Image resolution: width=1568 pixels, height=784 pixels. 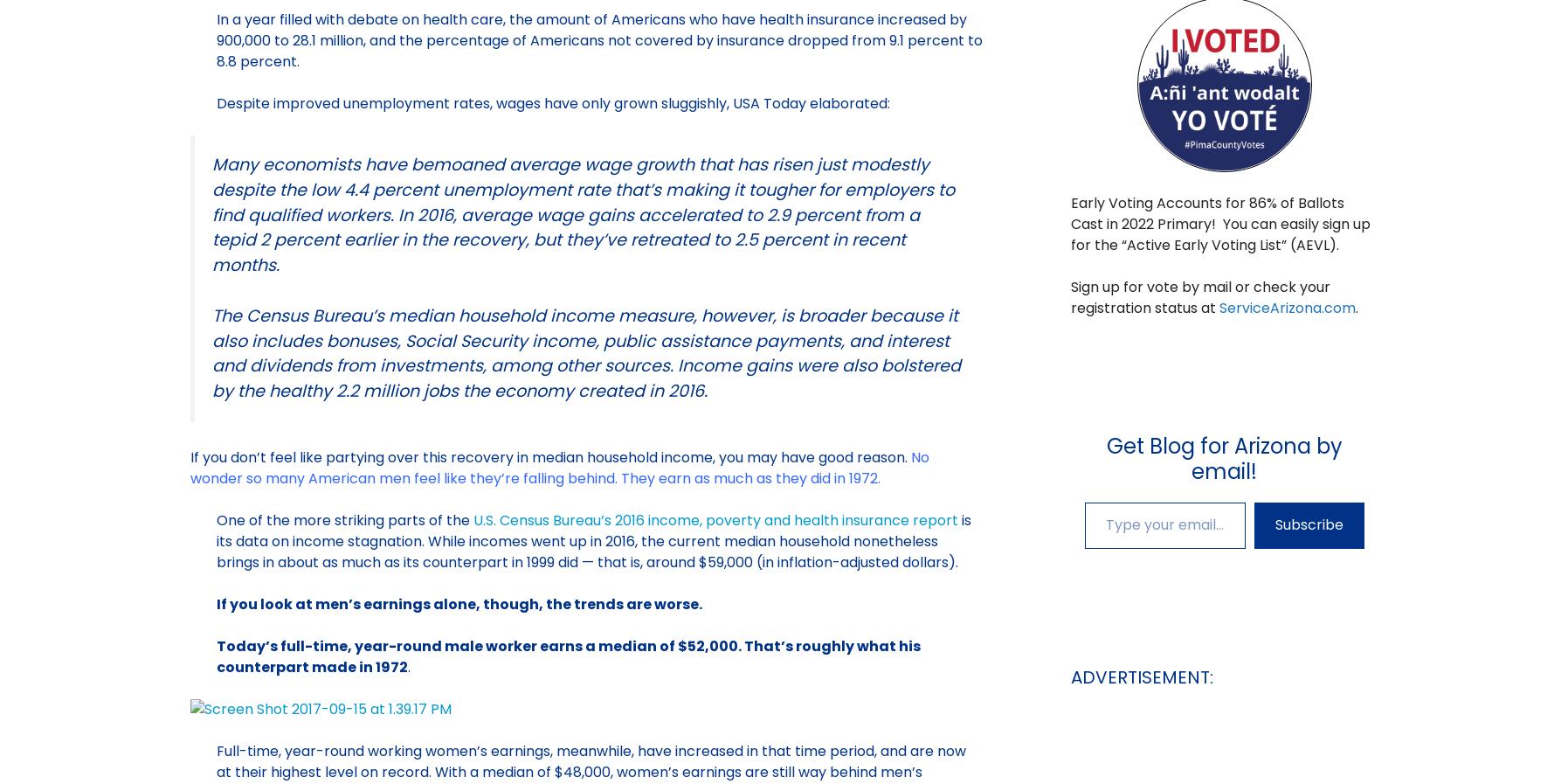 What do you see at coordinates (714, 519) in the screenshot?
I see `'U.S. Census Bureau’s 2016 income, poverty and health insurance report'` at bounding box center [714, 519].